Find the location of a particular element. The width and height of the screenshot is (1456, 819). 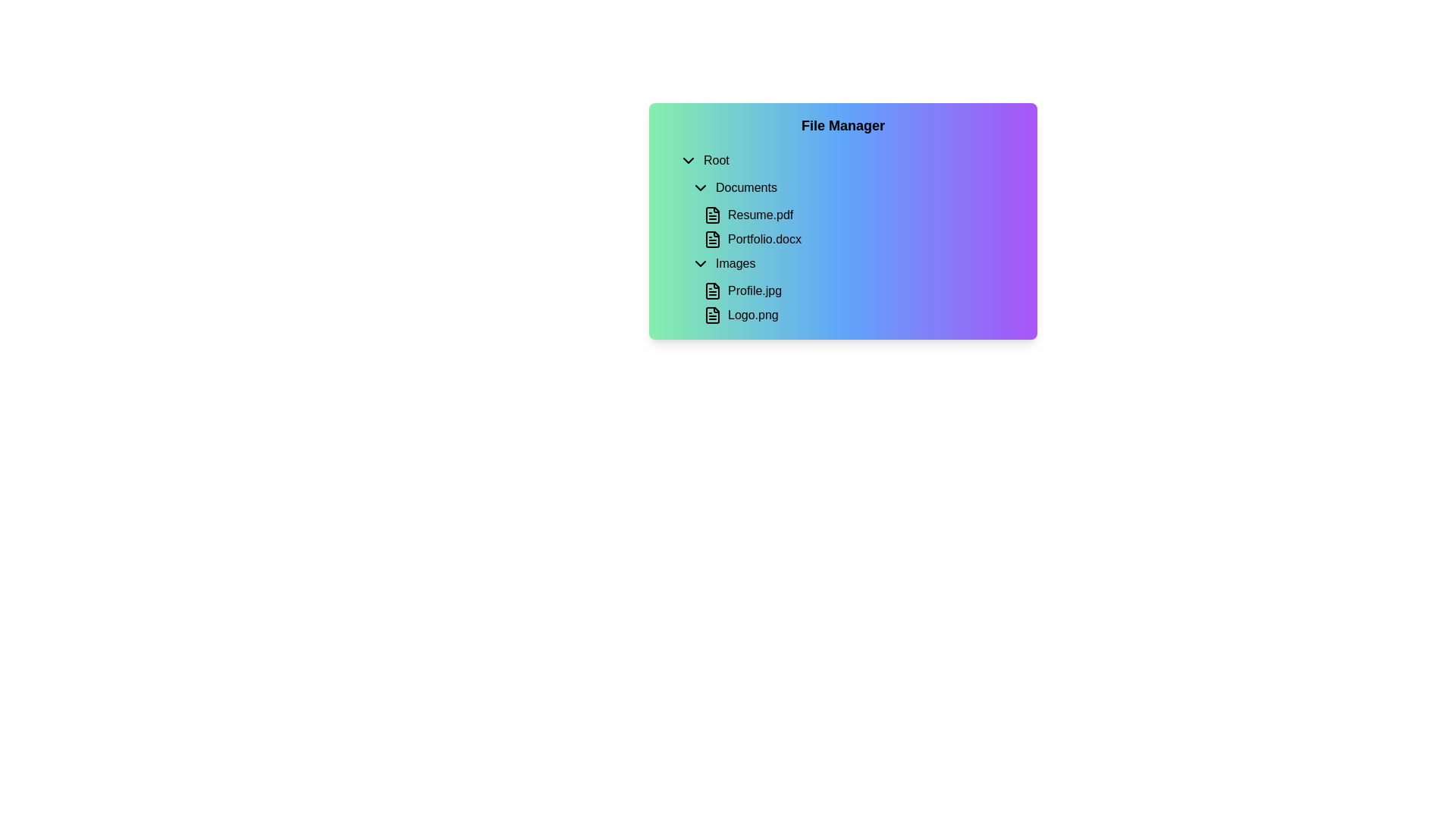

the 'Documents' button in the collapsible file navigation menu is located at coordinates (855, 187).